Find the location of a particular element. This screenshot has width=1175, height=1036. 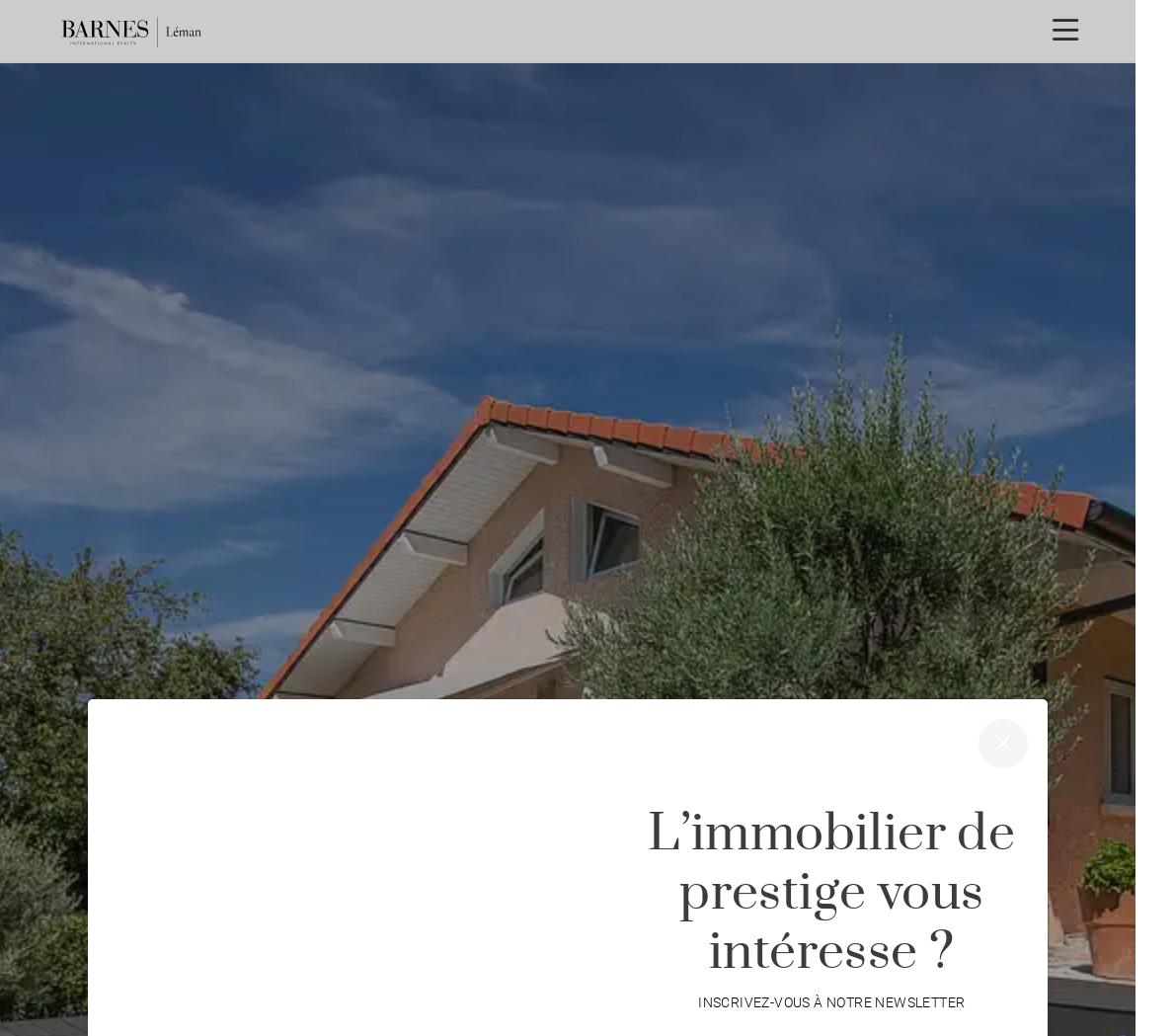

'Pour quel budget ?' is located at coordinates (792, 942).